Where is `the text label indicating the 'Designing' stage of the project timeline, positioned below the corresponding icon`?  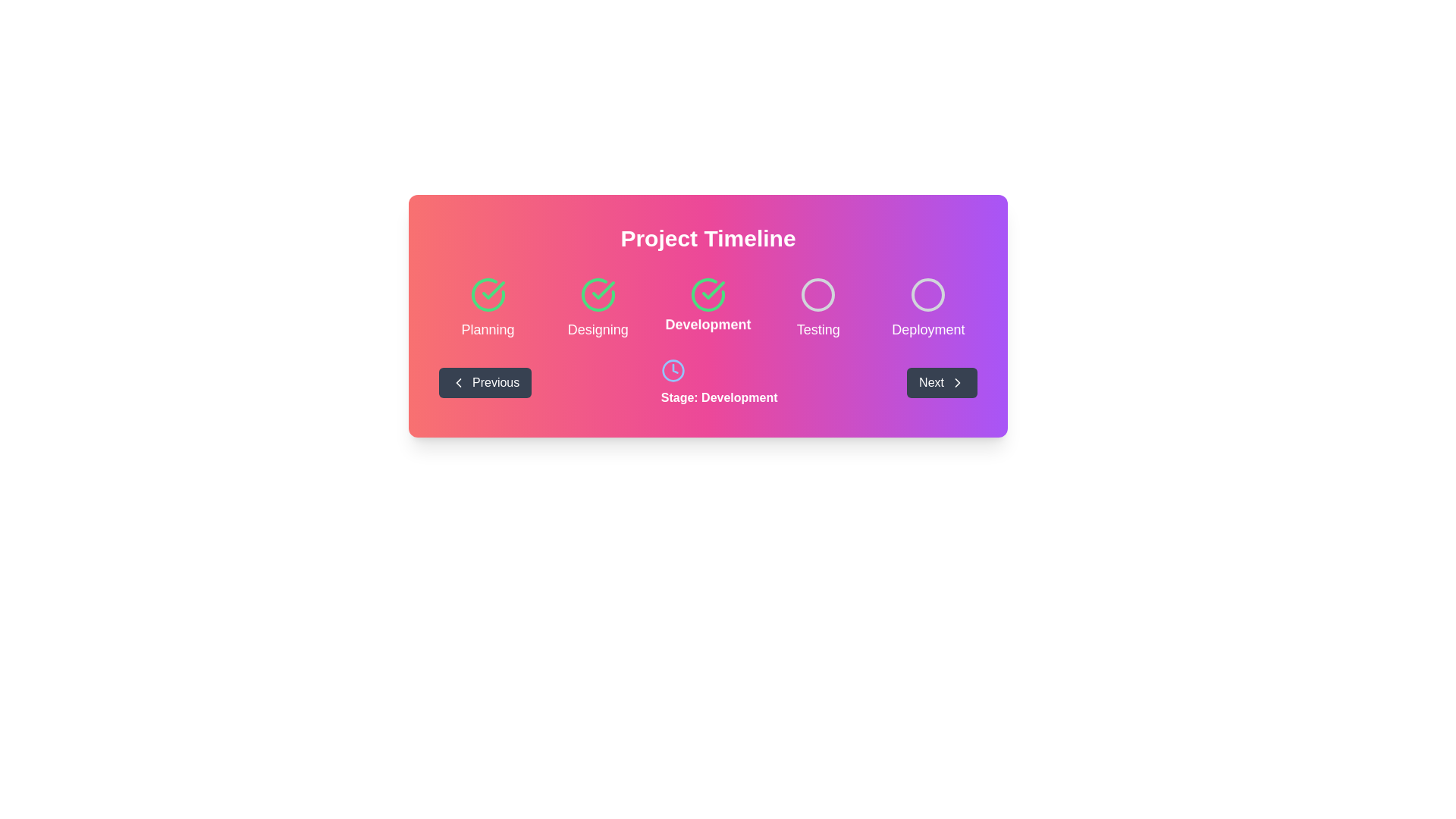 the text label indicating the 'Designing' stage of the project timeline, positioned below the corresponding icon is located at coordinates (597, 329).